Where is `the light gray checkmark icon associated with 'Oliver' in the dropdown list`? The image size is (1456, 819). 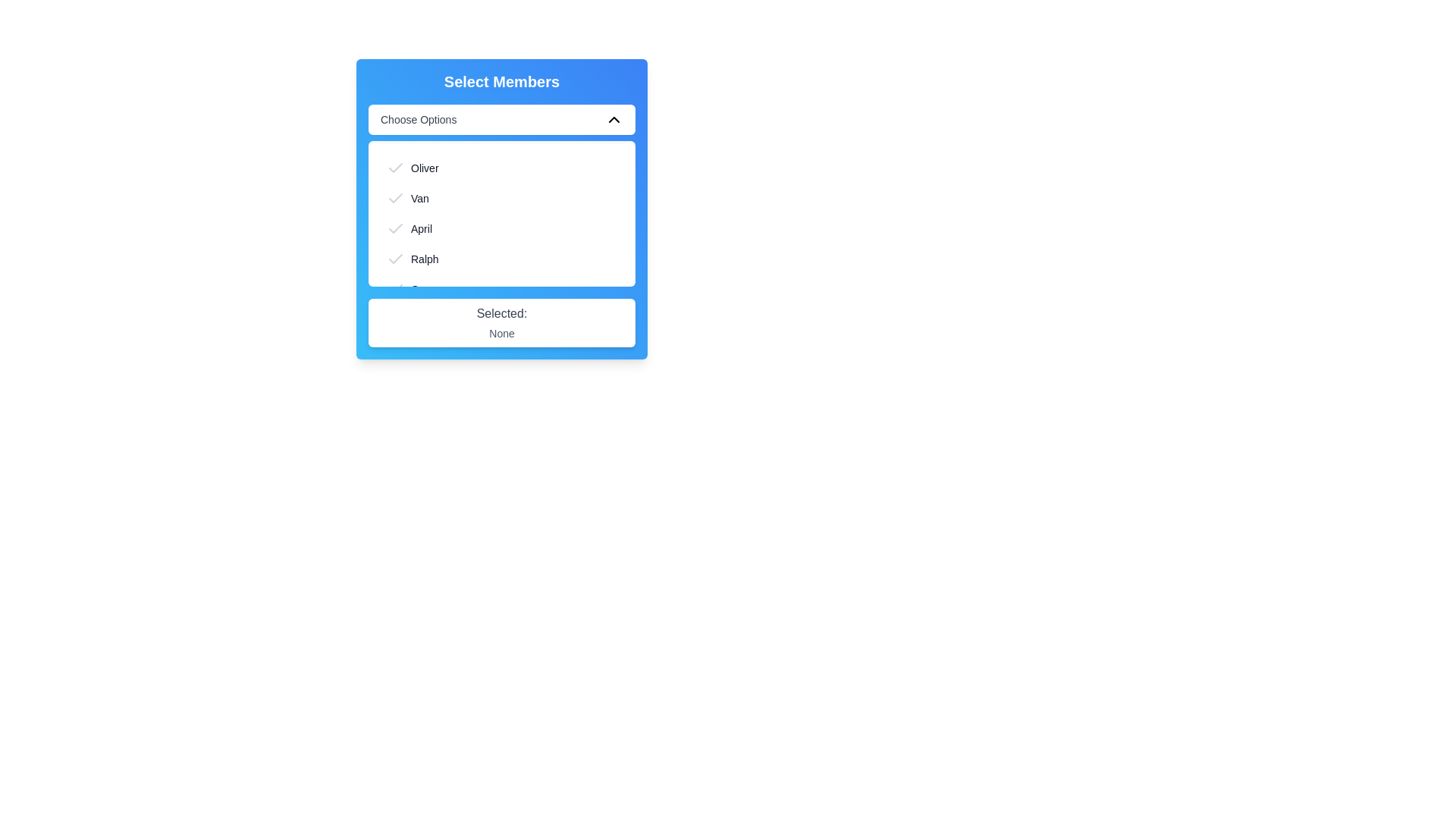 the light gray checkmark icon associated with 'Oliver' in the dropdown list is located at coordinates (396, 168).